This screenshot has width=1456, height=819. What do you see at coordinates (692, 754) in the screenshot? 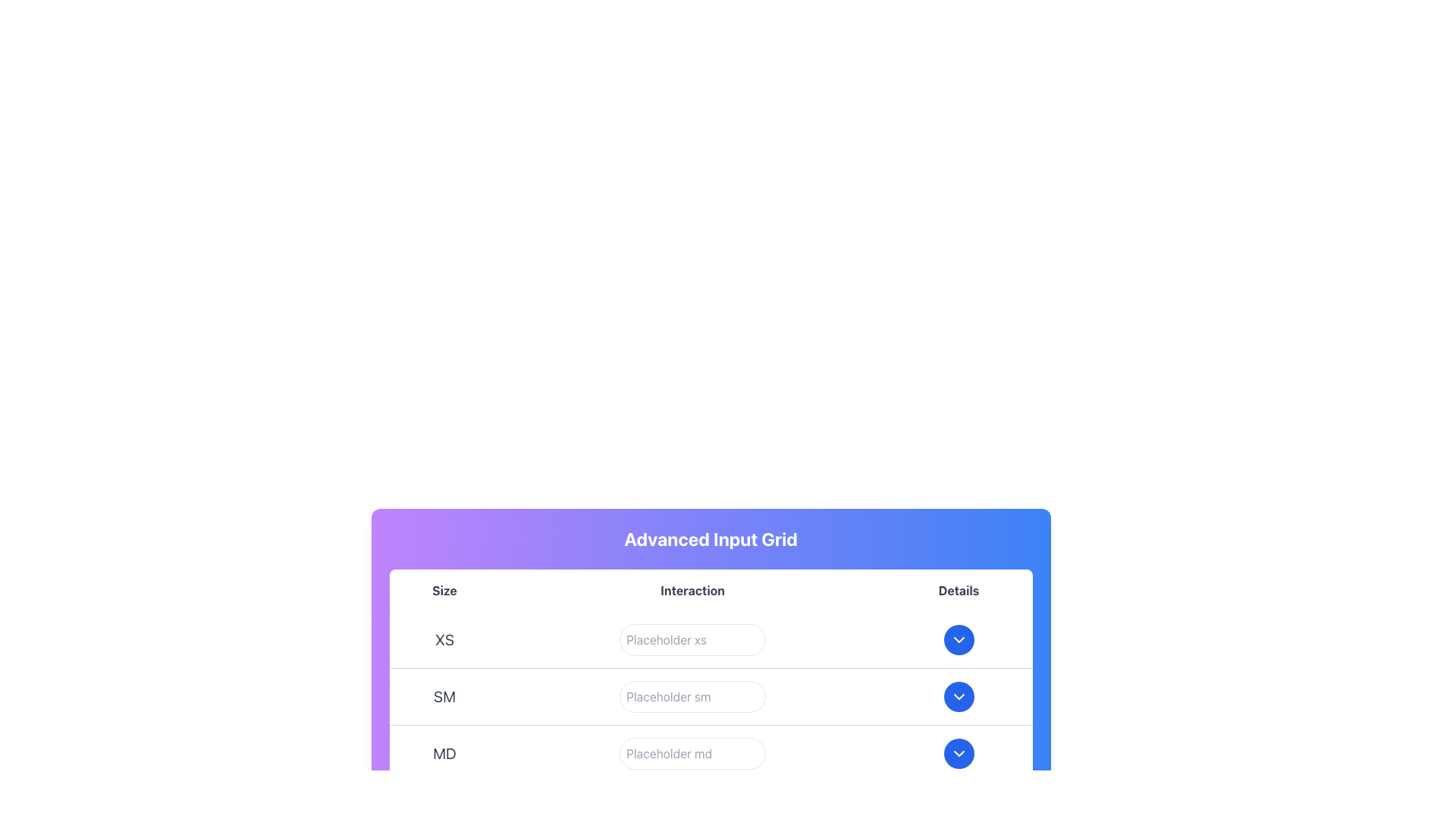
I see `the text input field located in the 'Interaction' column of the 'MD' row to focus for user input` at bounding box center [692, 754].